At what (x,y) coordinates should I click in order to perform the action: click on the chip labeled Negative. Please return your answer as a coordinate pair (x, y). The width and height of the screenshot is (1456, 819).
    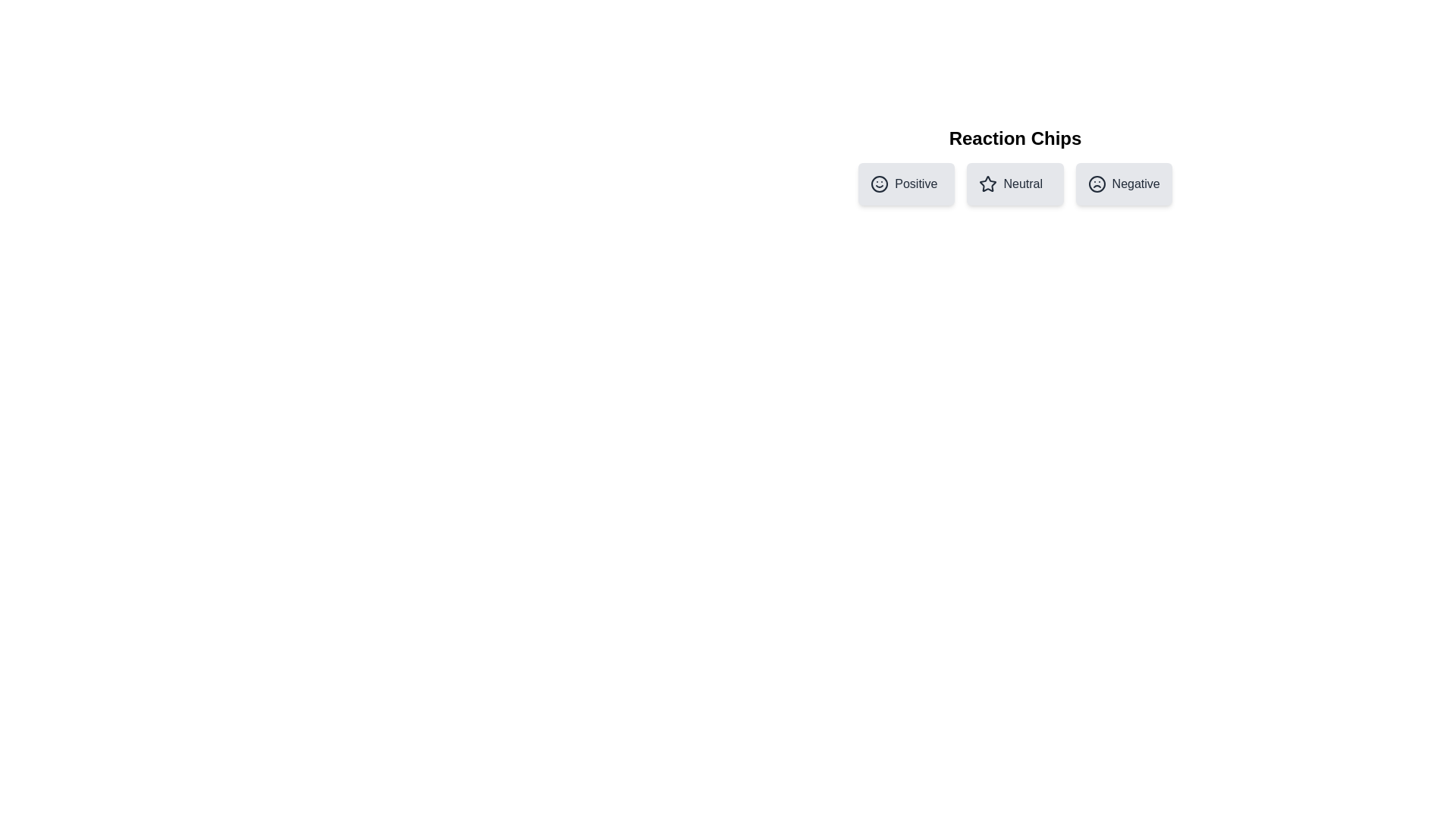
    Looking at the image, I should click on (1124, 184).